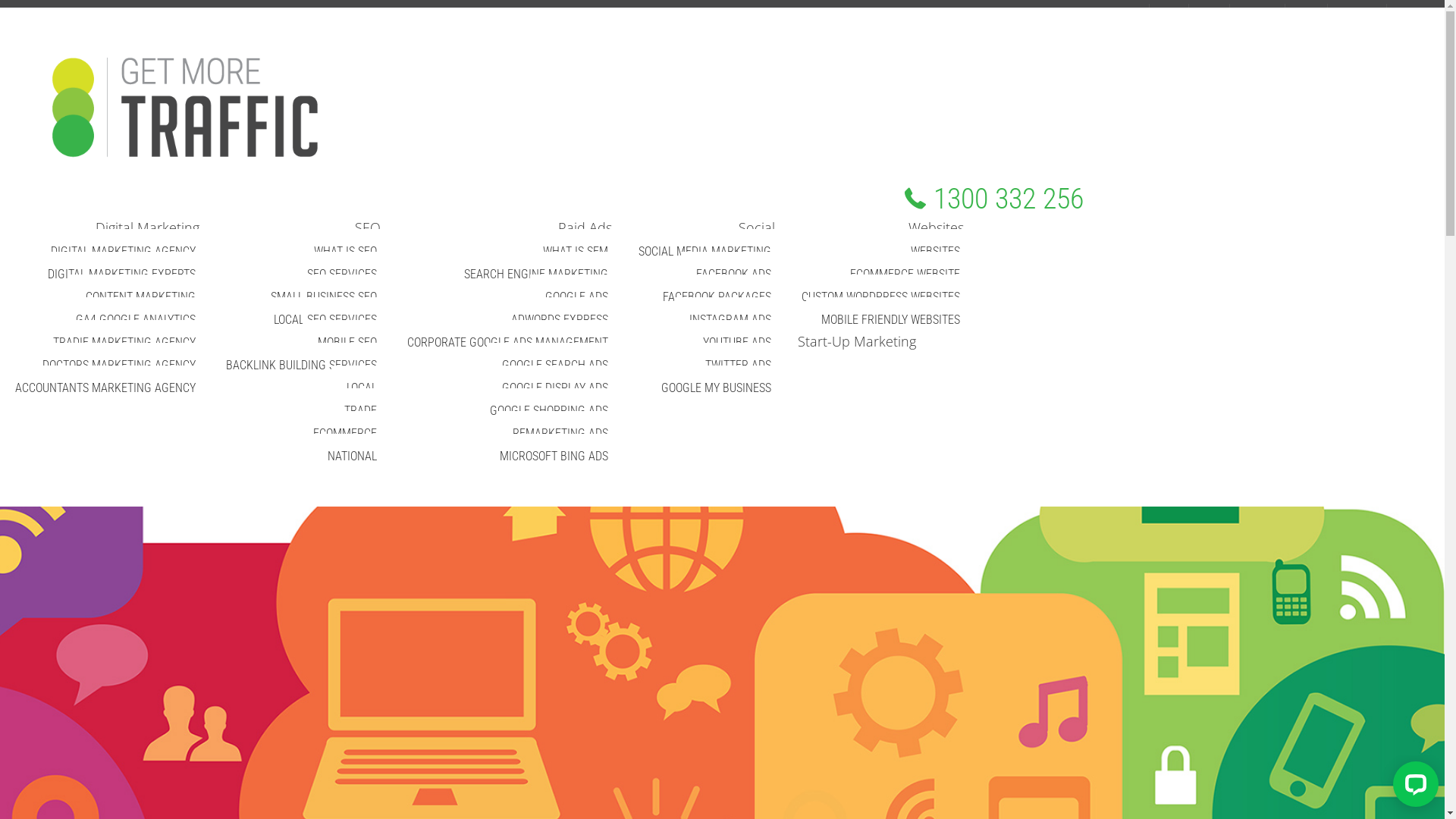  What do you see at coordinates (737, 342) in the screenshot?
I see `'YOUTUBE ADS'` at bounding box center [737, 342].